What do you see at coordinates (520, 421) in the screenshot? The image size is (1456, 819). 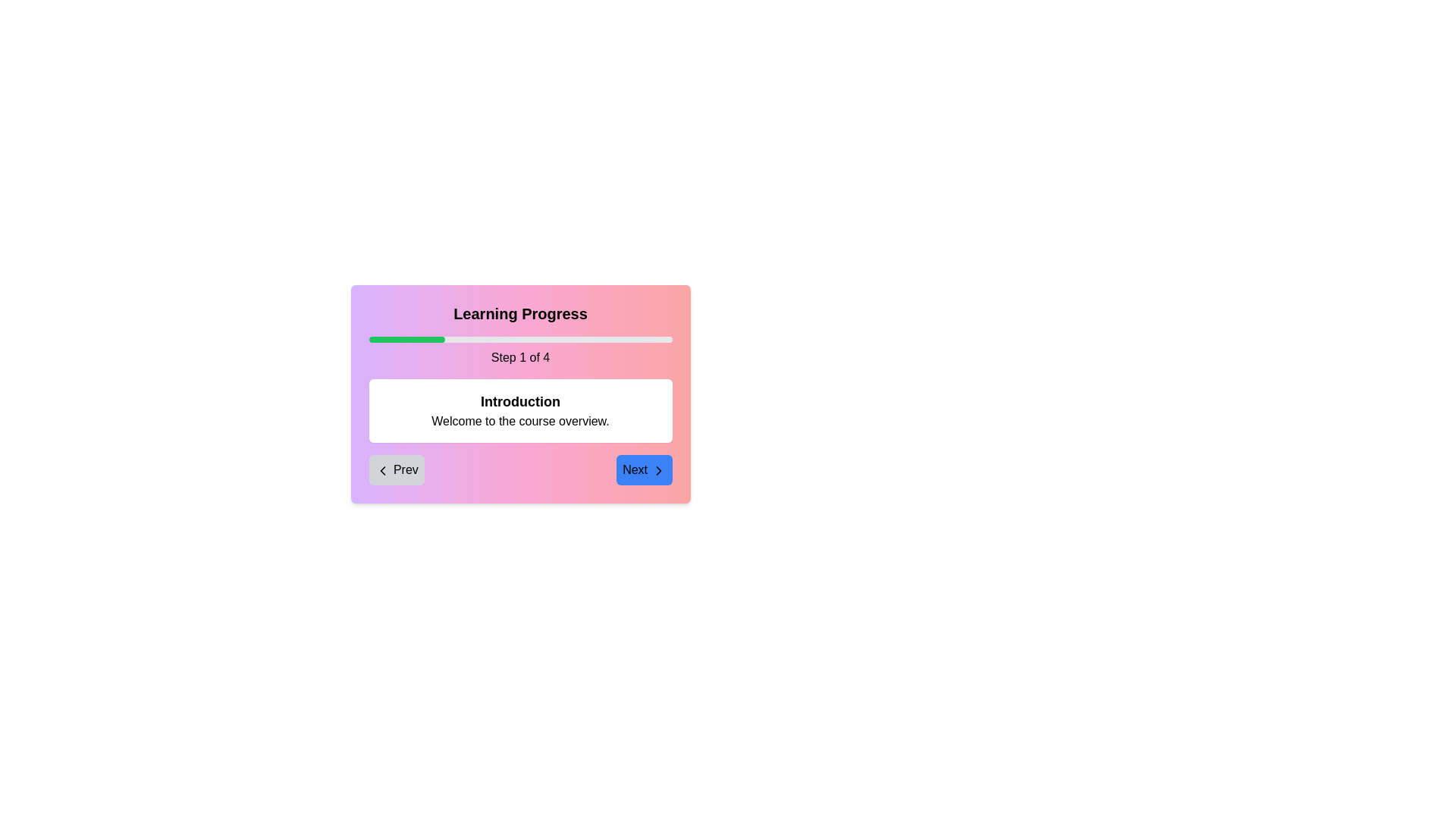 I see `the text label displaying 'Welcome to the course overview.' which is centered below the 'Introduction' header in a white, rounded rectangular card` at bounding box center [520, 421].